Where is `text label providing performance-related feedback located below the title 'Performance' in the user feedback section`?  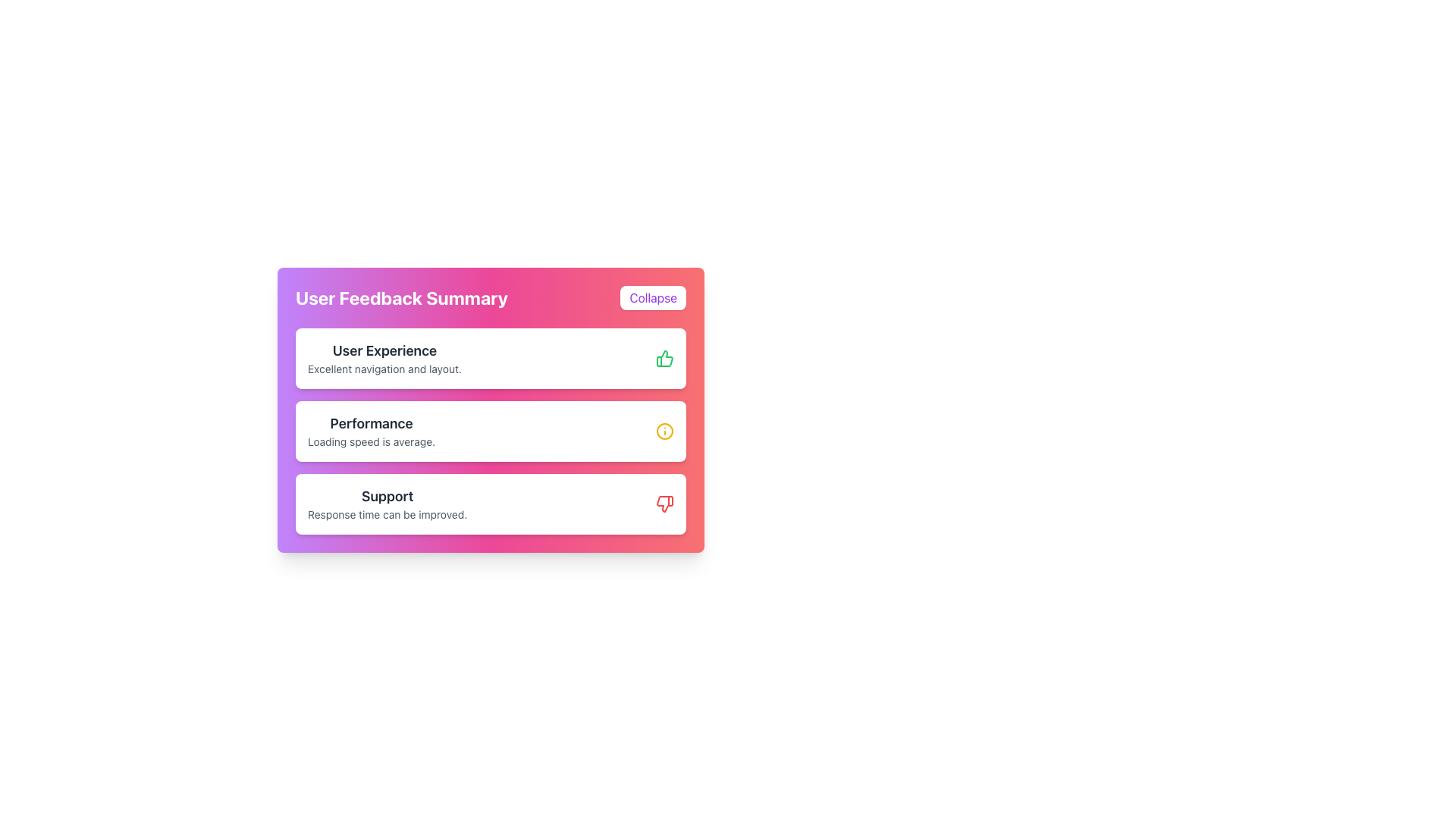 text label providing performance-related feedback located below the title 'Performance' in the user feedback section is located at coordinates (372, 441).